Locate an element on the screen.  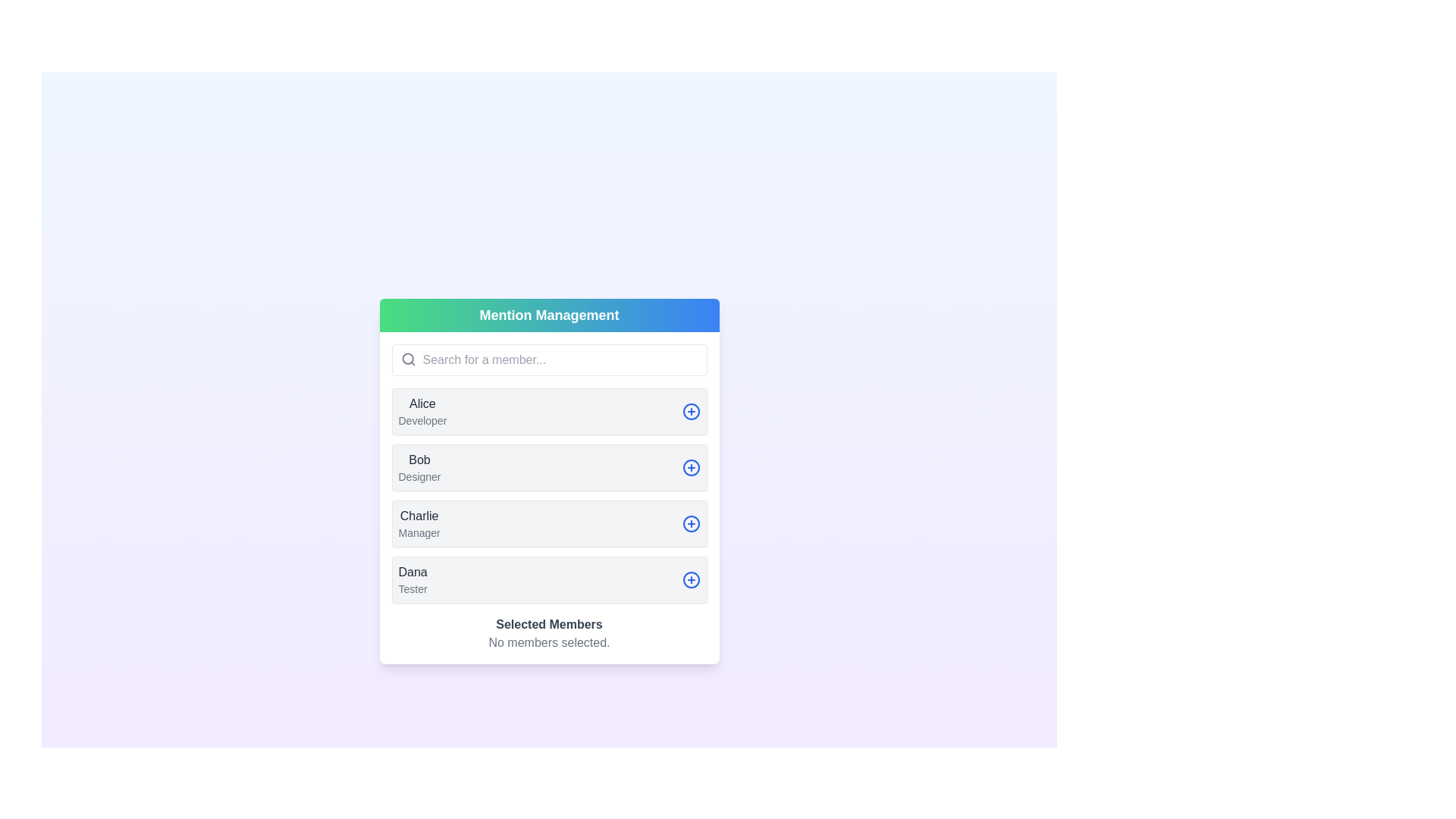
the circular blue icon with a white outline of a plus sign, located in the bottom-right corner of the row labeled 'Dana Tester' is located at coordinates (690, 579).